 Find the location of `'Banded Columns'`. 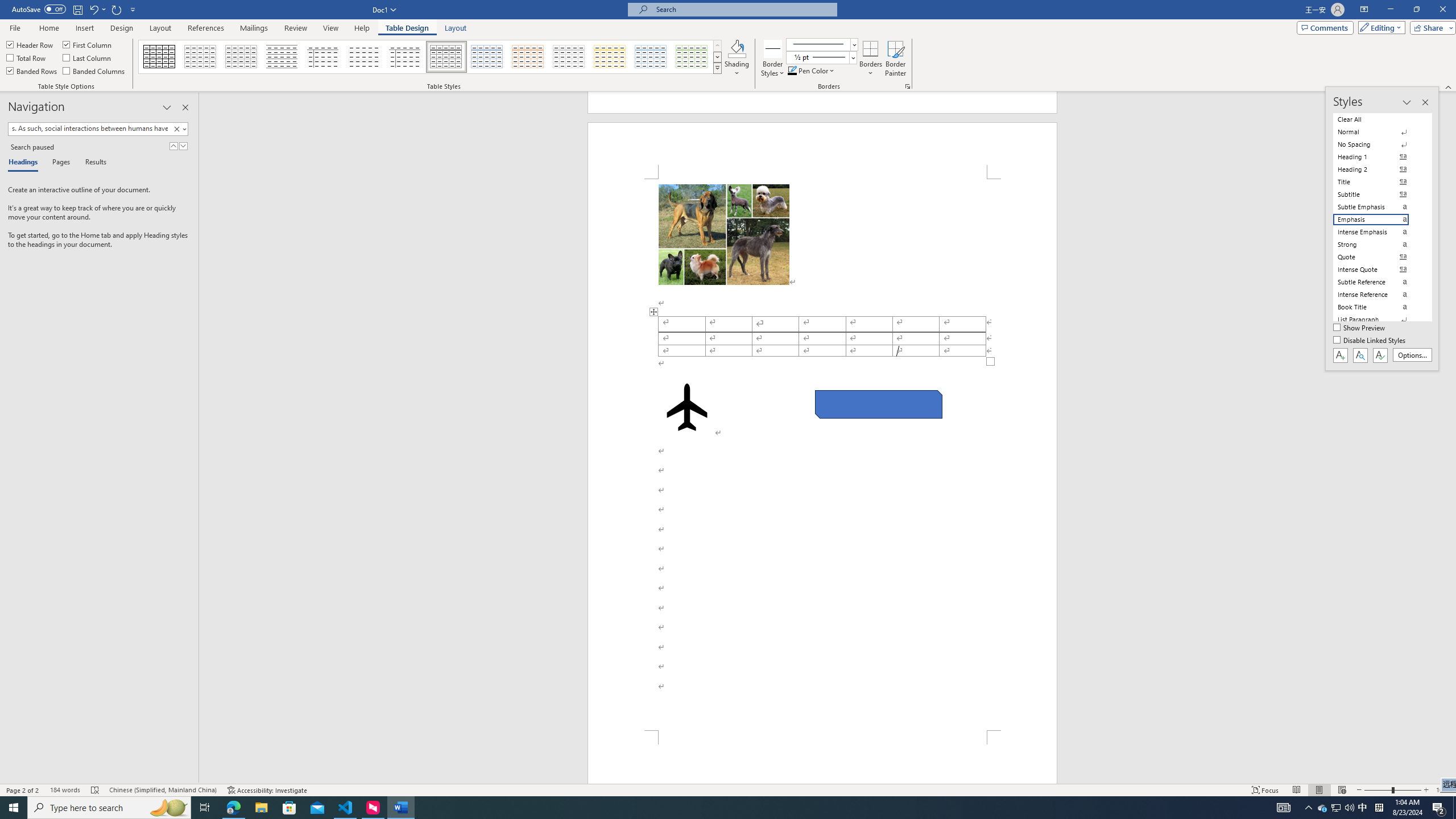

'Banded Columns' is located at coordinates (94, 69).